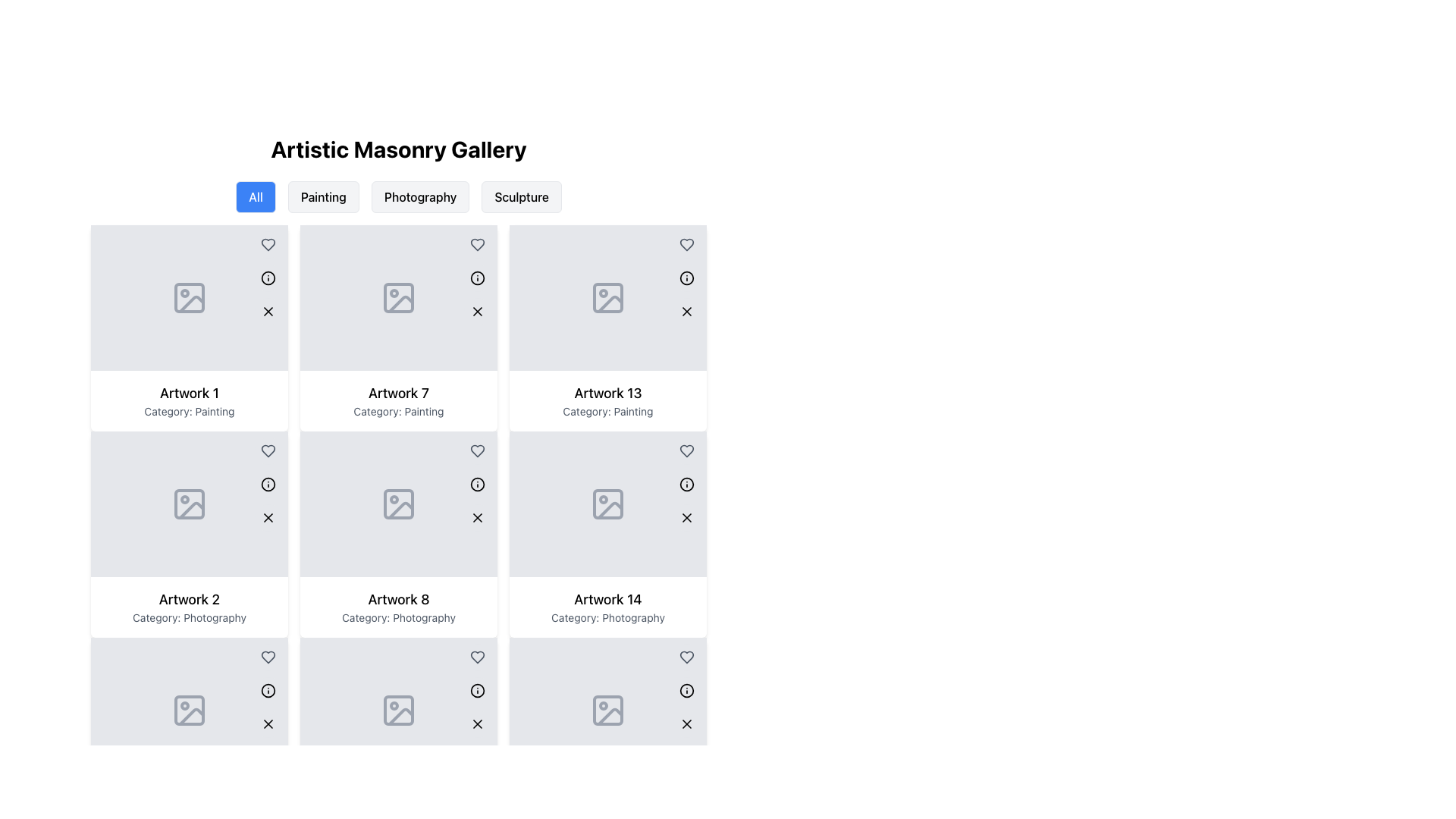 The height and width of the screenshot is (819, 1456). What do you see at coordinates (476, 690) in the screenshot?
I see `the tile containing the Interactive Icon Group located in the top-right corner of the 'Artwork 8 Category: Photography' tile` at bounding box center [476, 690].